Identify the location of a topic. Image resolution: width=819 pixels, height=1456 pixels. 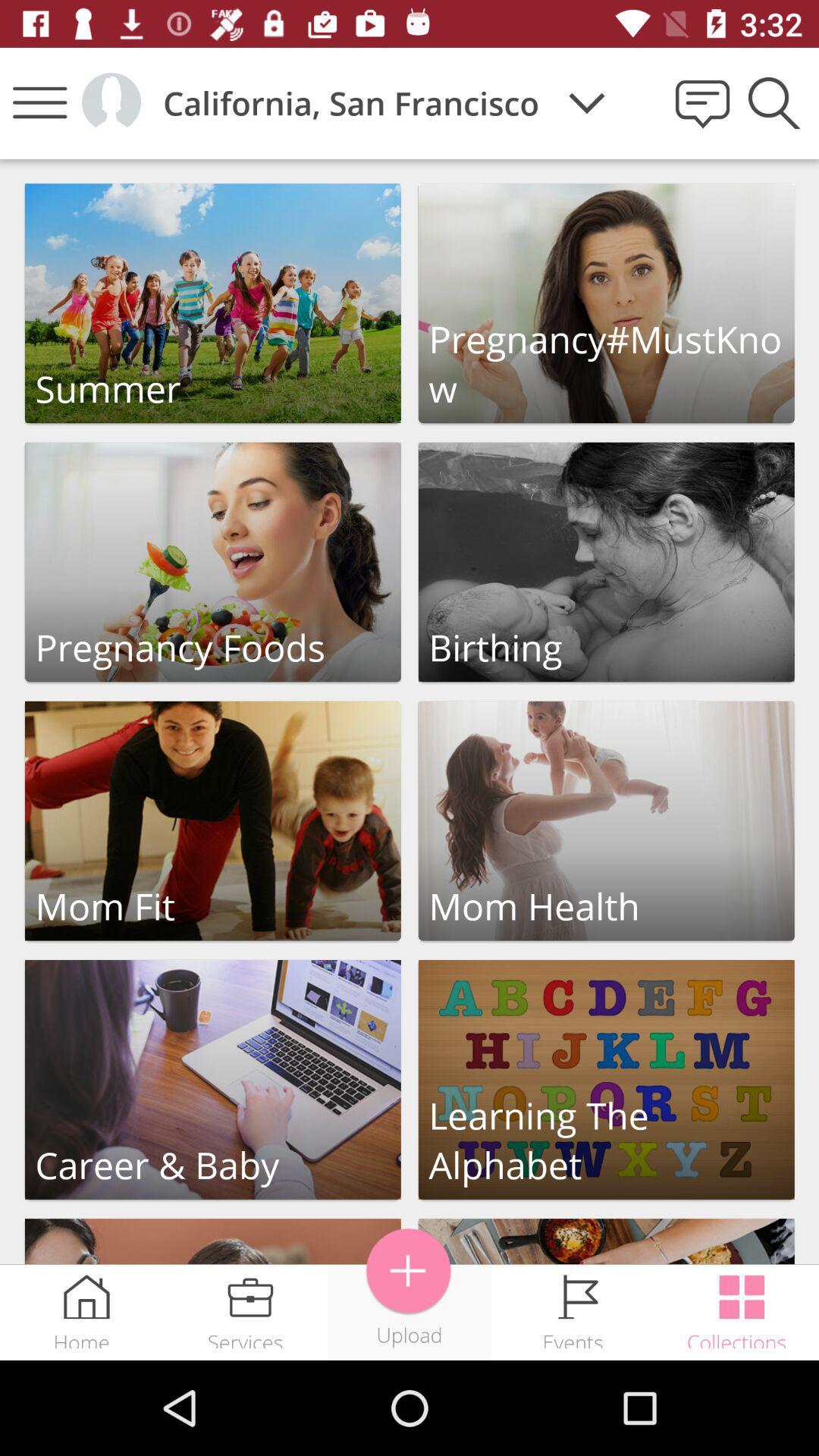
(408, 1271).